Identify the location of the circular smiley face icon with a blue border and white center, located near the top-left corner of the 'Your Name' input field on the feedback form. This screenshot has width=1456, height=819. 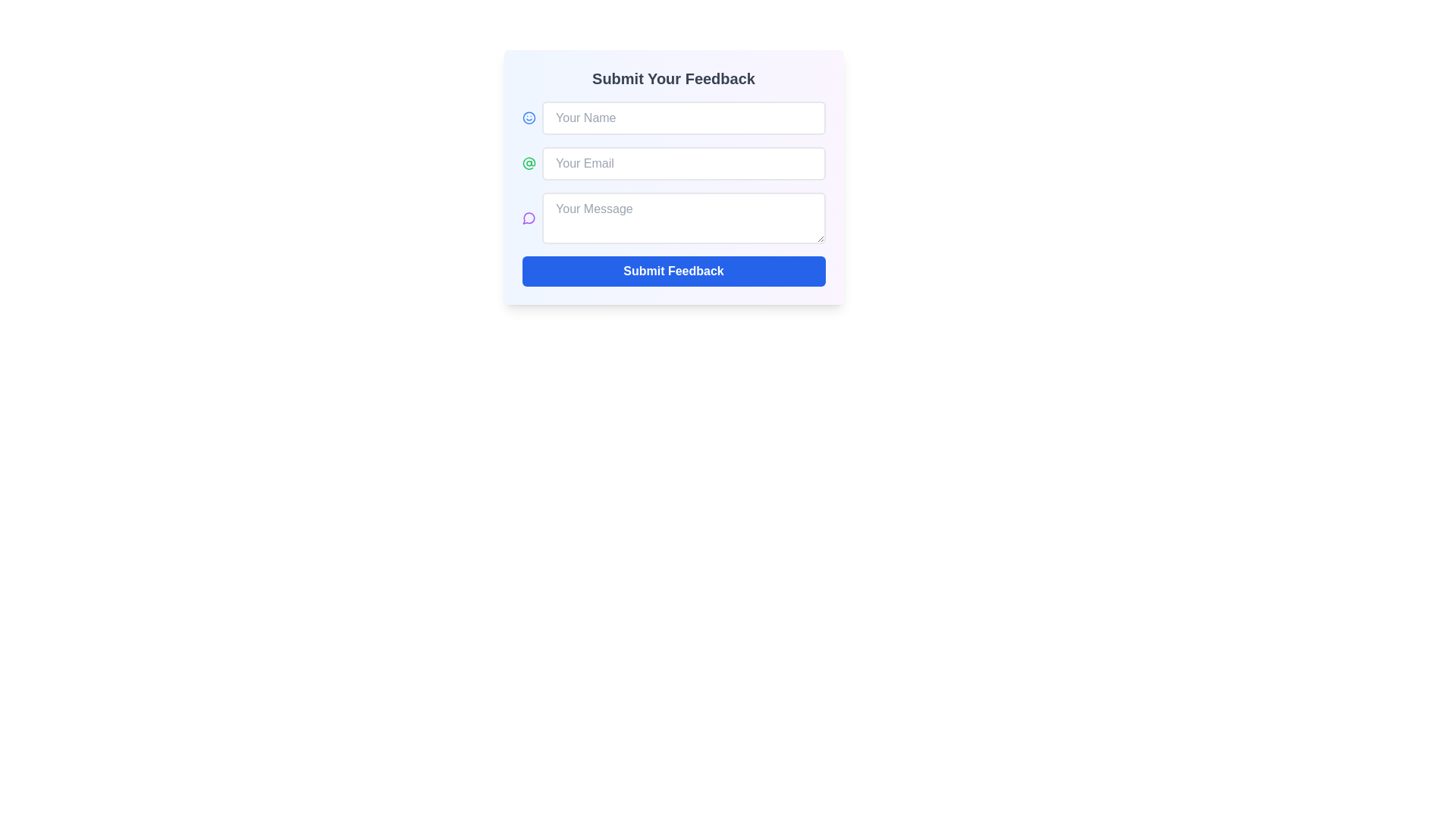
(529, 117).